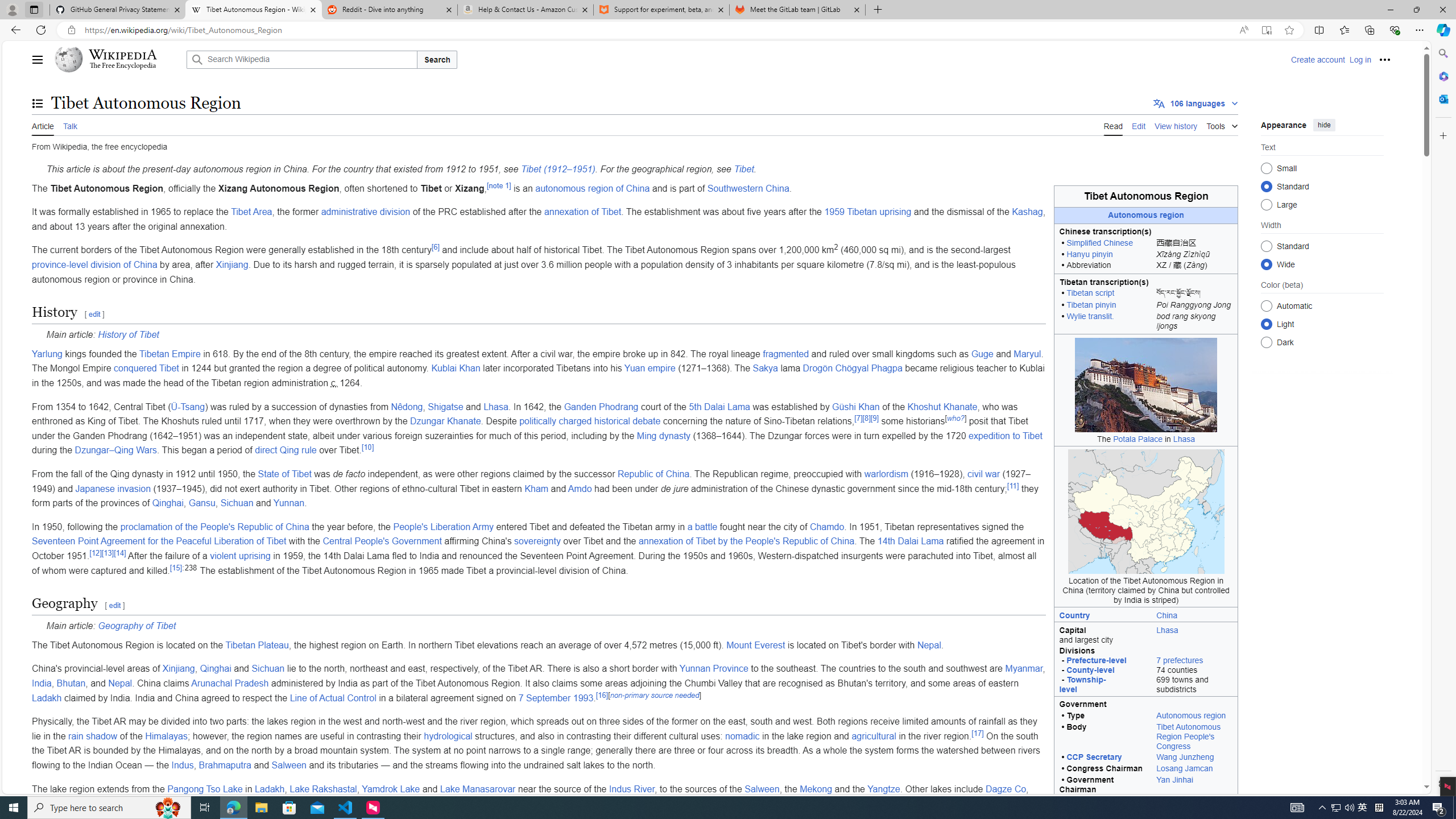  Describe the element at coordinates (42, 125) in the screenshot. I see `'Article'` at that location.